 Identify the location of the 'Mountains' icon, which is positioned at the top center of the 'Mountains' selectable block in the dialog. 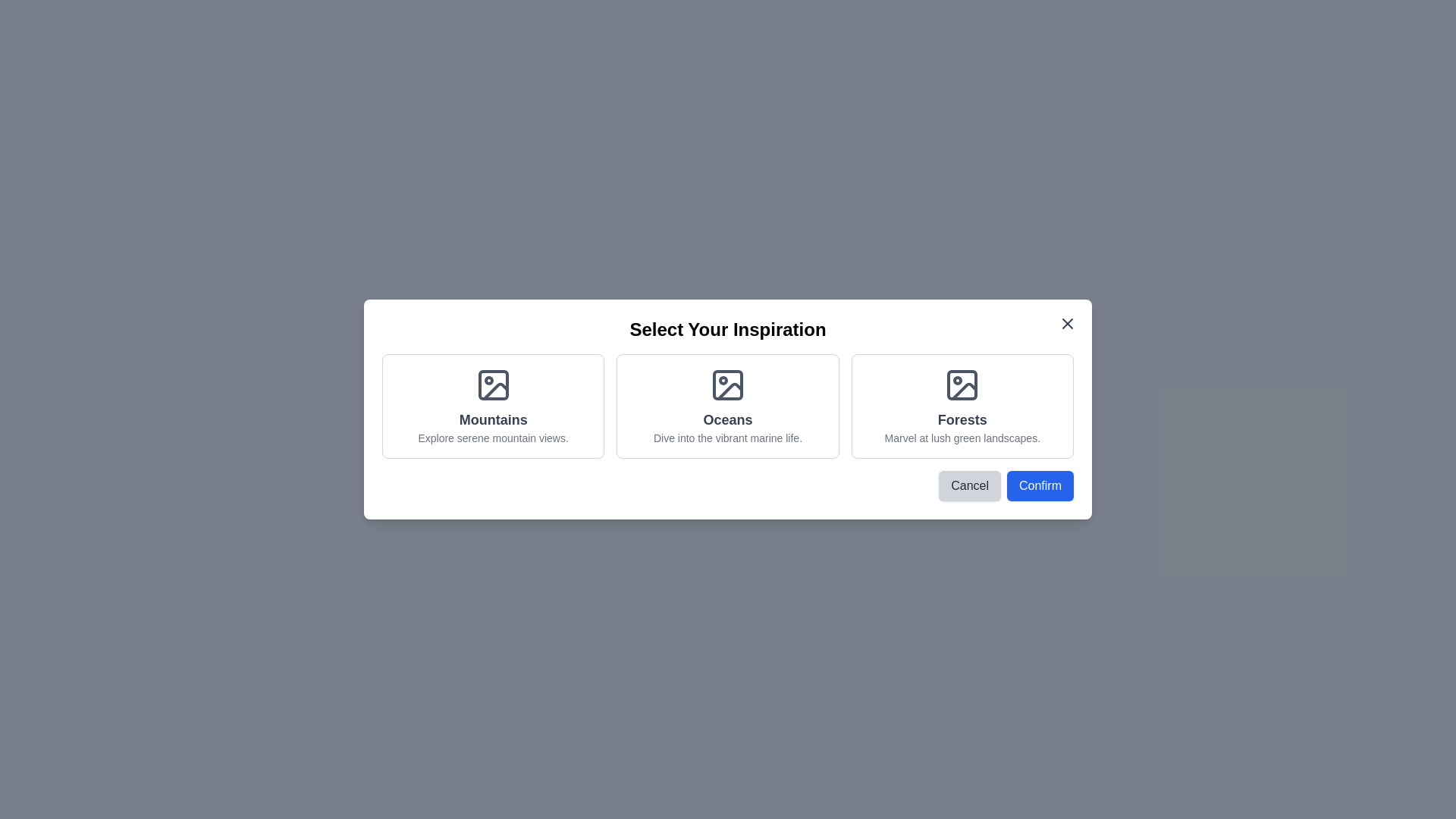
(493, 384).